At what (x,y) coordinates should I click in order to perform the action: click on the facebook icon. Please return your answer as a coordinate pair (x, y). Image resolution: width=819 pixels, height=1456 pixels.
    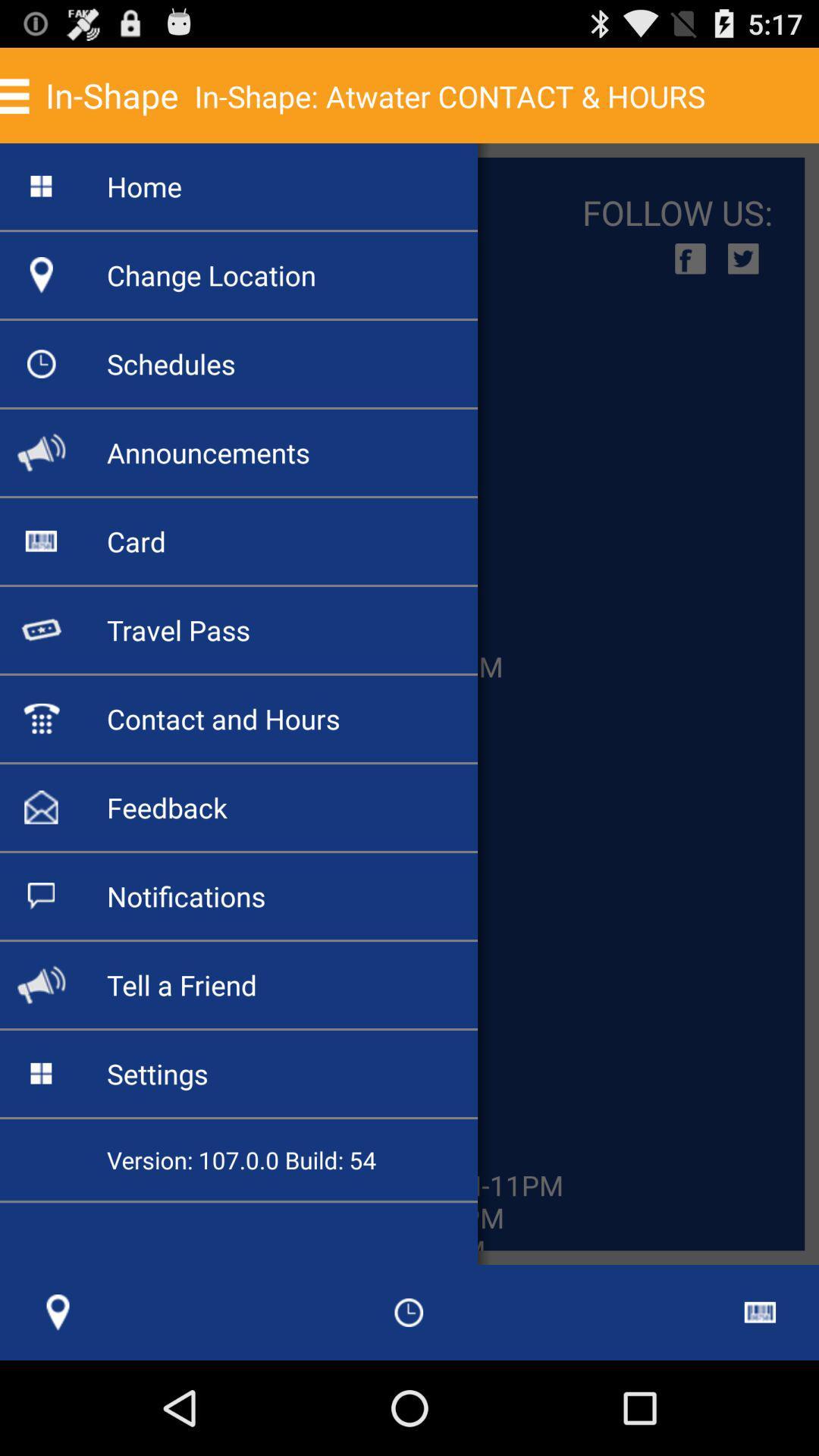
    Looking at the image, I should click on (690, 277).